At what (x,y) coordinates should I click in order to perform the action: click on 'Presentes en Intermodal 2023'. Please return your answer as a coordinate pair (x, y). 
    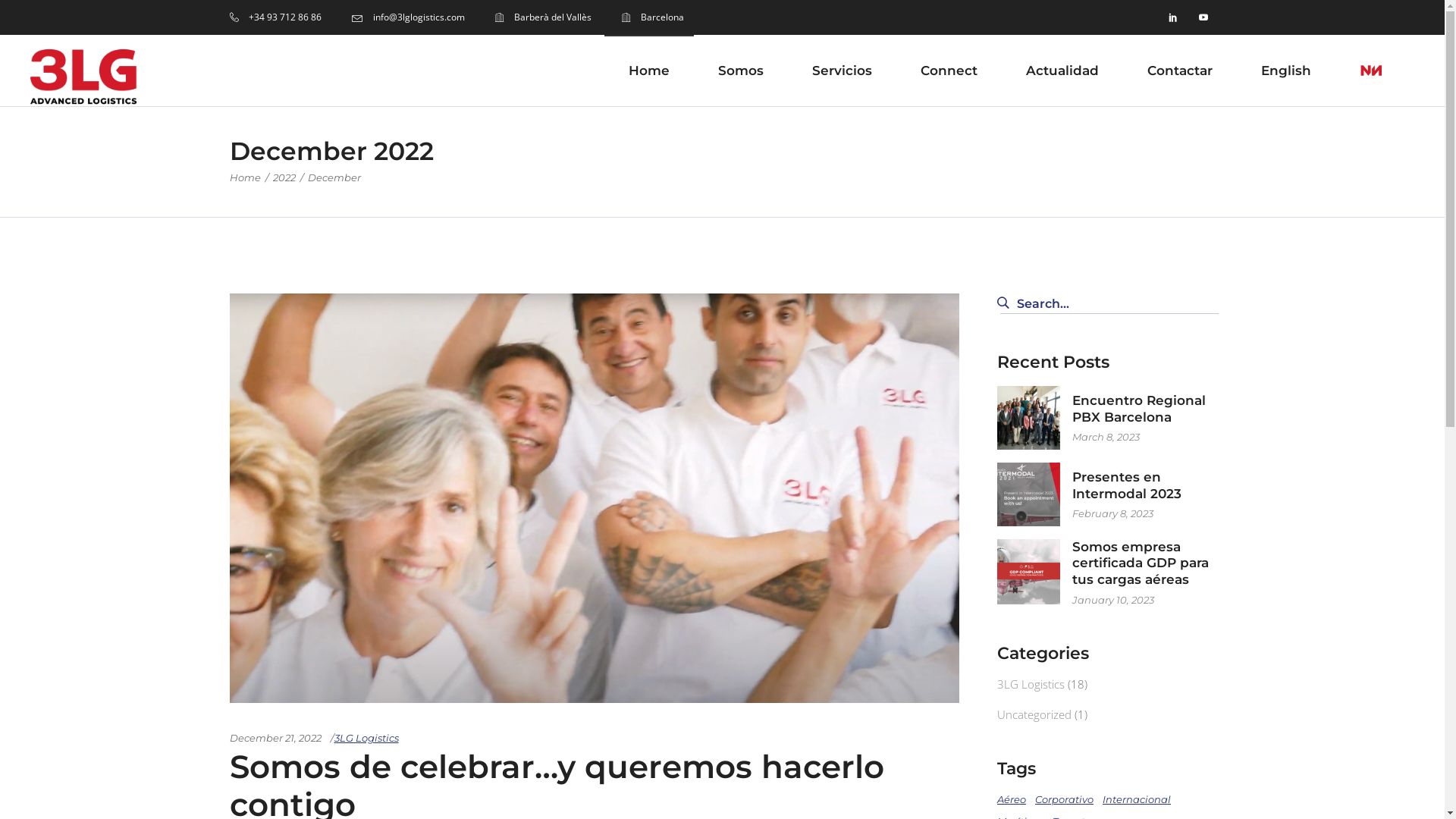
    Looking at the image, I should click on (1127, 485).